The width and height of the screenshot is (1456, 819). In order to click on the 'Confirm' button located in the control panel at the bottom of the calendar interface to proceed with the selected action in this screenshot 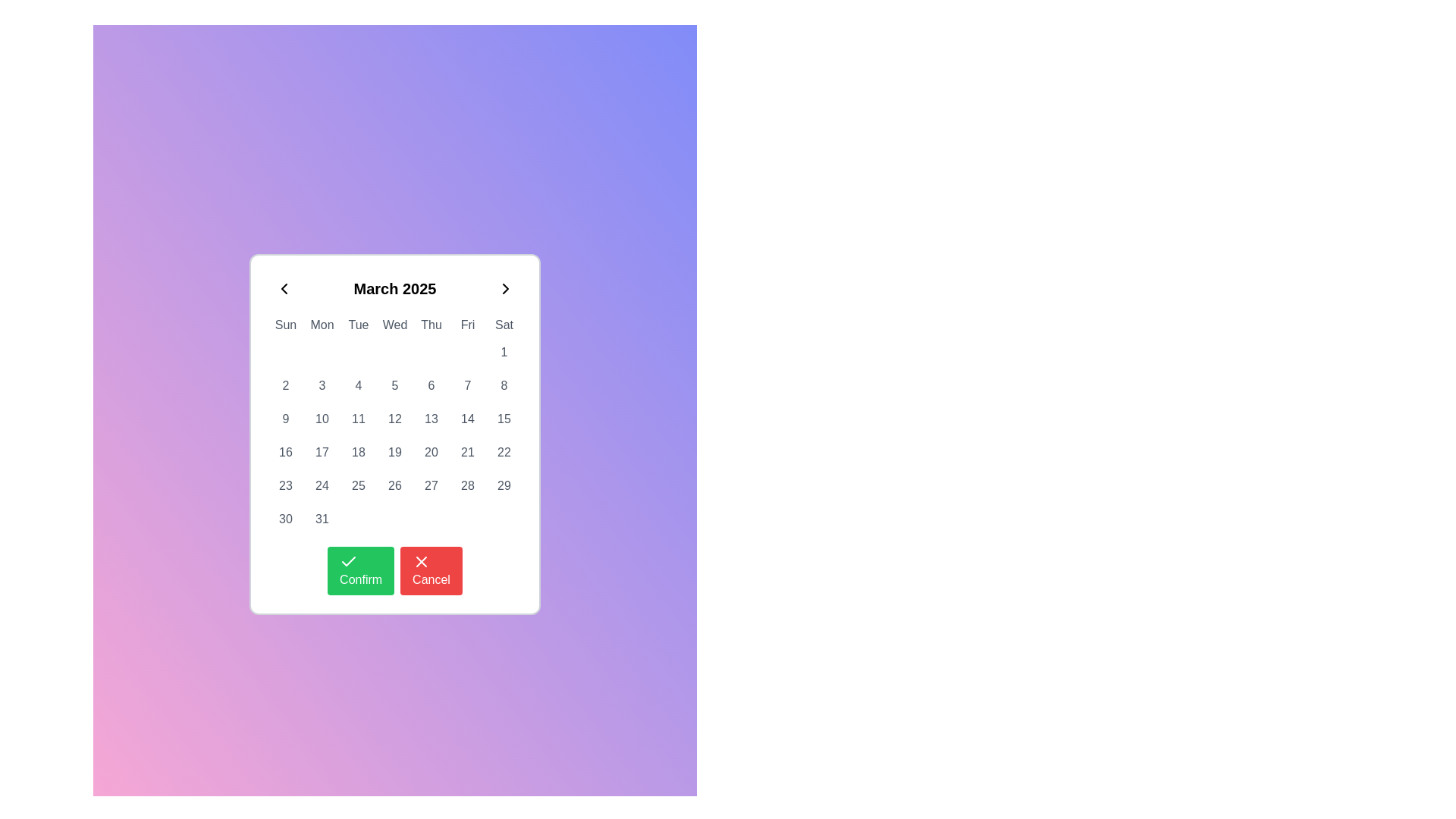, I will do `click(395, 564)`.